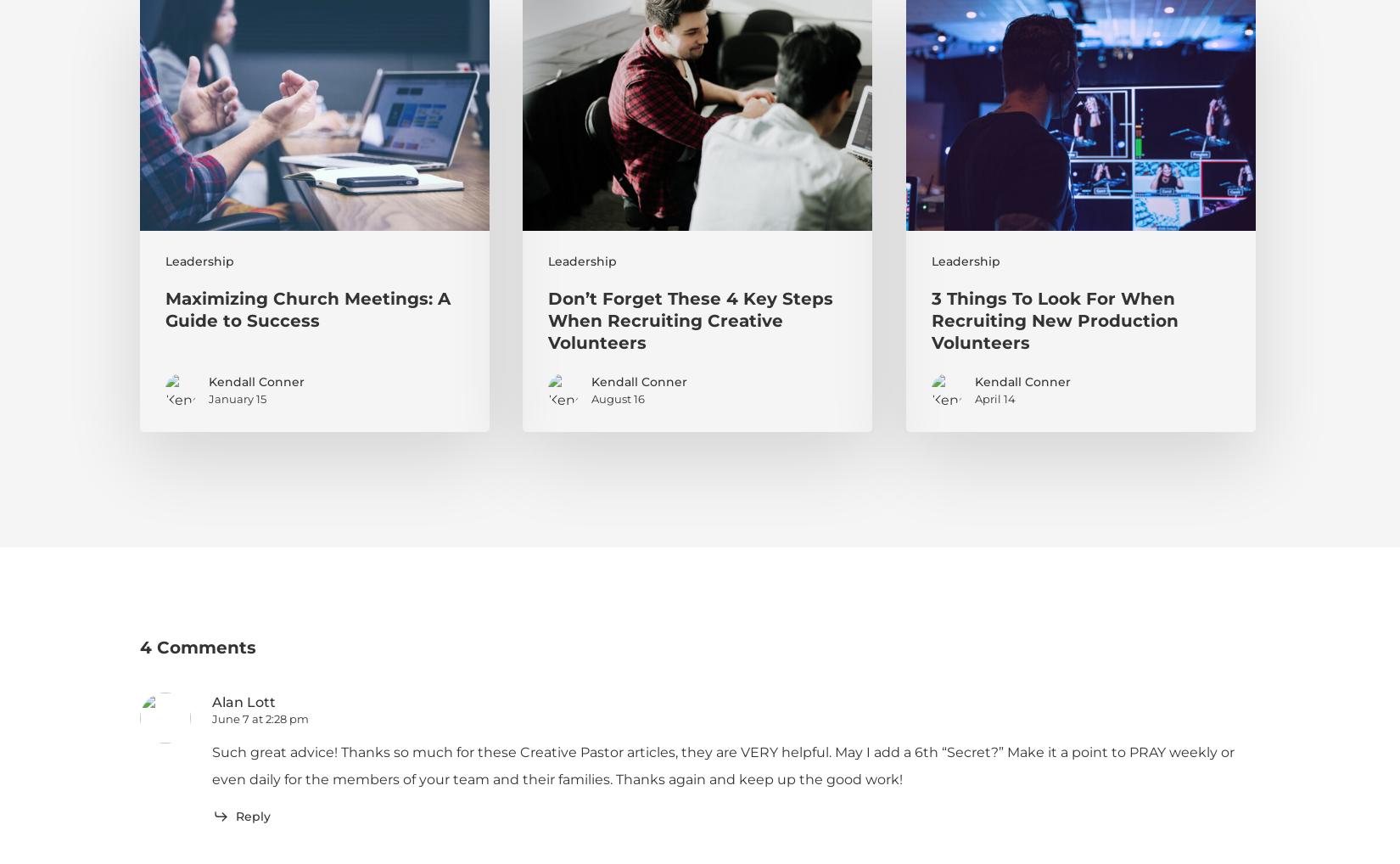 The height and width of the screenshot is (864, 1400). Describe the element at coordinates (689, 320) in the screenshot. I see `'Don’t Forget These 4 Key Steps When Recruiting Creative Volunteers'` at that location.